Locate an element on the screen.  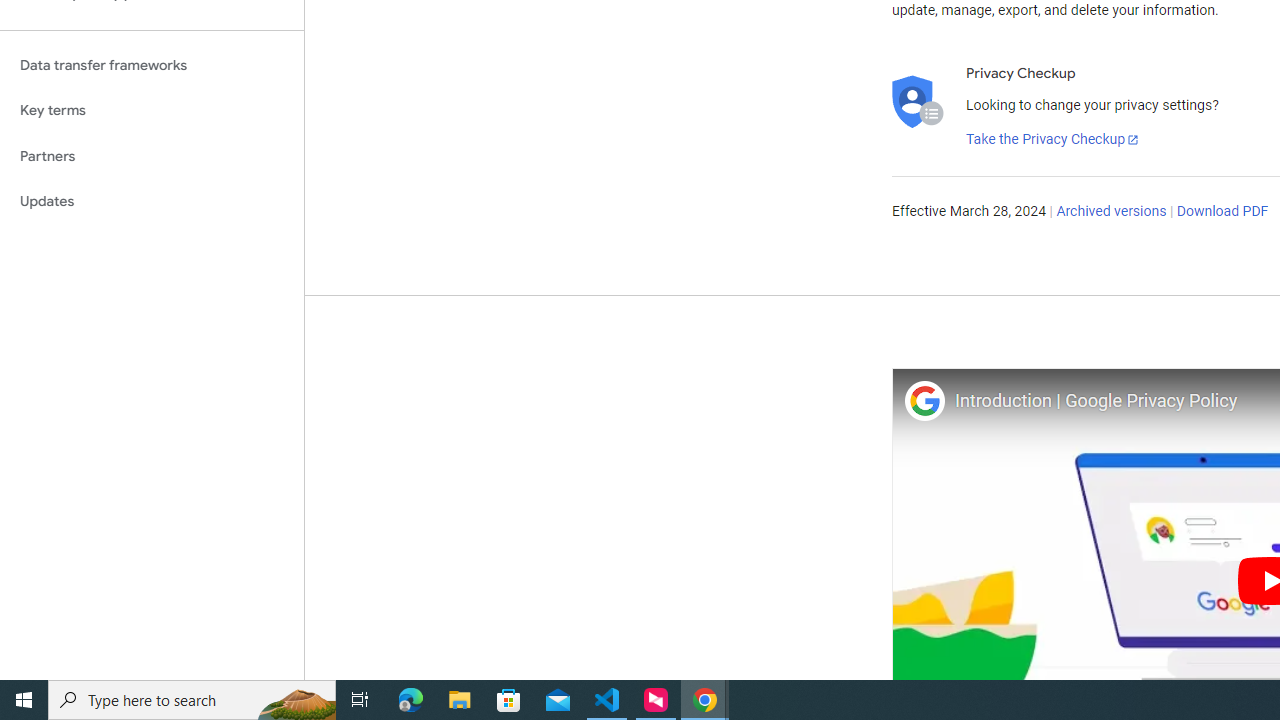
'Download PDF' is located at coordinates (1221, 212).